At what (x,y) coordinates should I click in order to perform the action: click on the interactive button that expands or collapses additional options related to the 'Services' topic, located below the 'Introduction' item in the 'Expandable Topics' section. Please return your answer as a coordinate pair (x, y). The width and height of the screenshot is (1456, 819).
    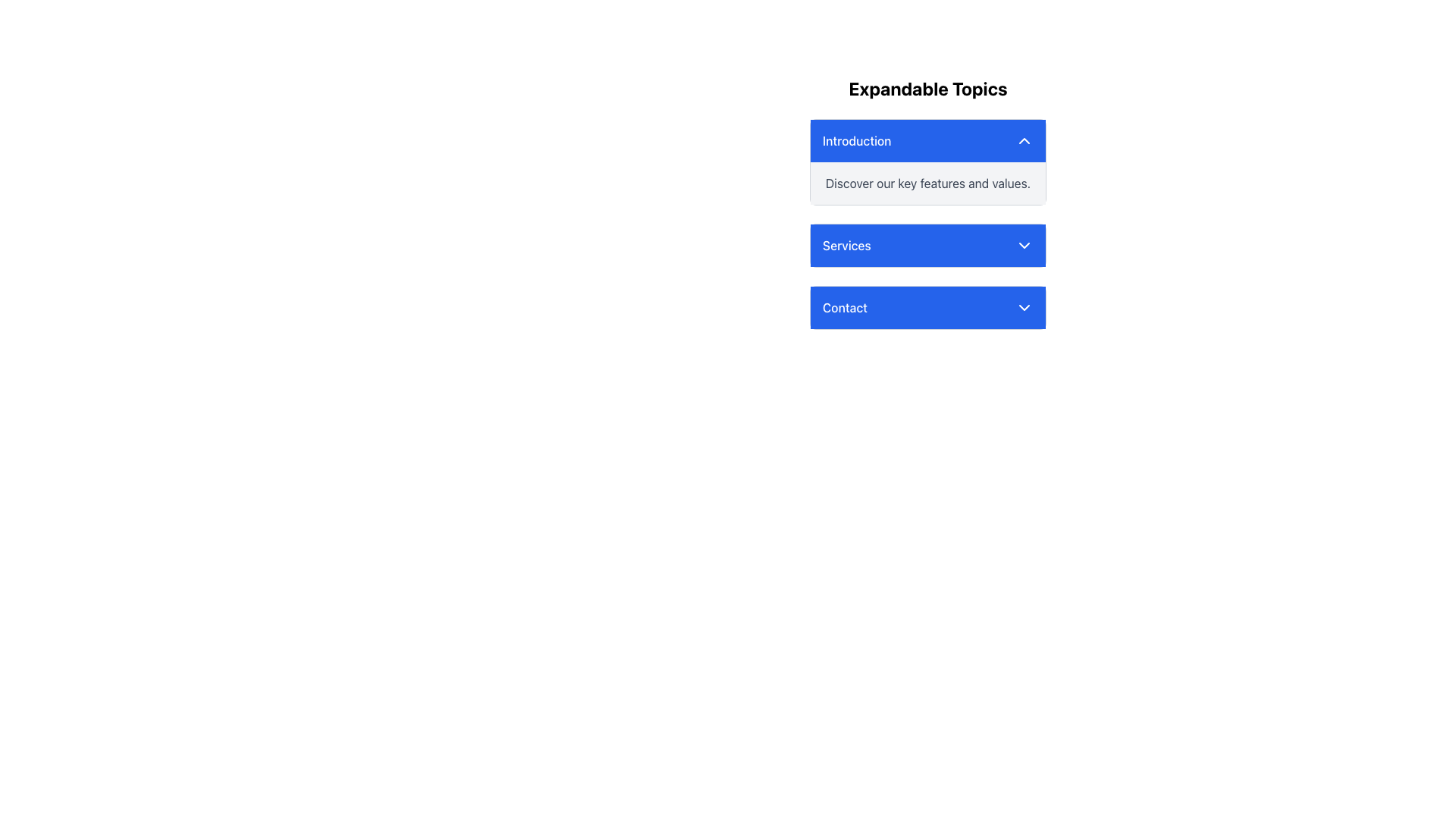
    Looking at the image, I should click on (927, 245).